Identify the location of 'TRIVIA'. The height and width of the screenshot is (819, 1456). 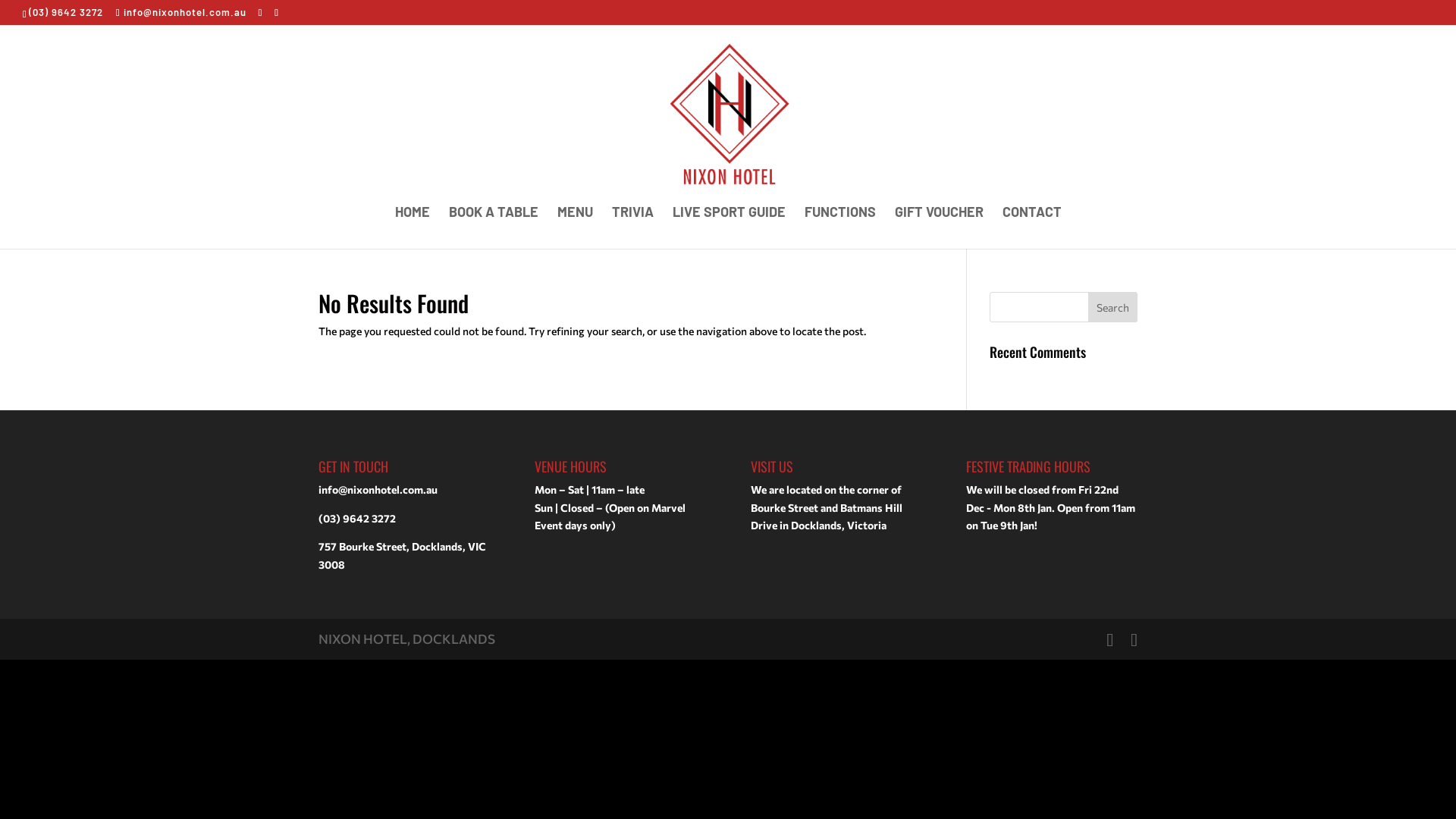
(632, 227).